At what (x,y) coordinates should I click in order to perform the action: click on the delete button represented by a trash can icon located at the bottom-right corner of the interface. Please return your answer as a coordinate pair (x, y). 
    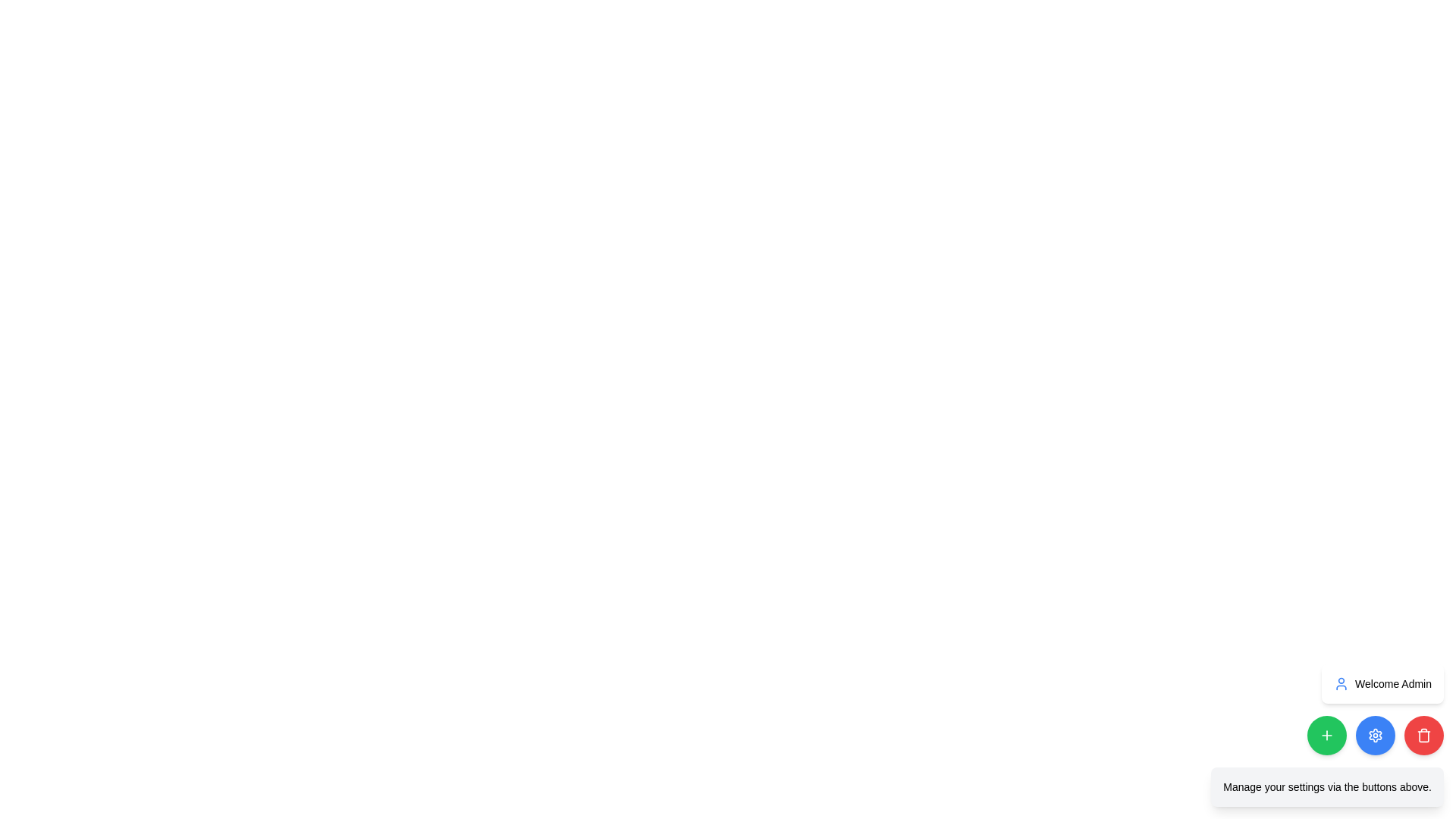
    Looking at the image, I should click on (1423, 734).